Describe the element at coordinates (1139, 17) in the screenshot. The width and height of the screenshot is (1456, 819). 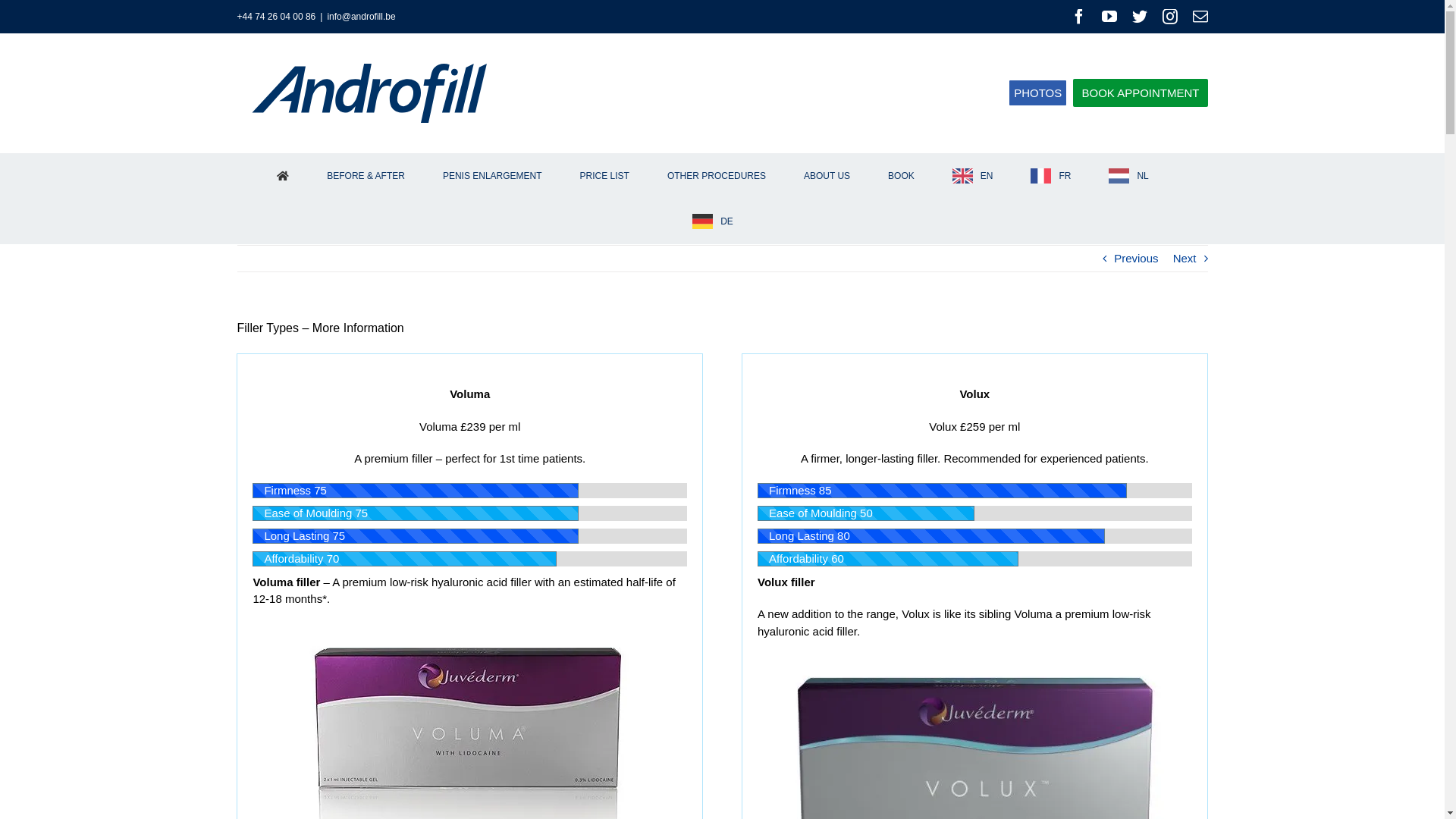
I see `'Twitter'` at that location.